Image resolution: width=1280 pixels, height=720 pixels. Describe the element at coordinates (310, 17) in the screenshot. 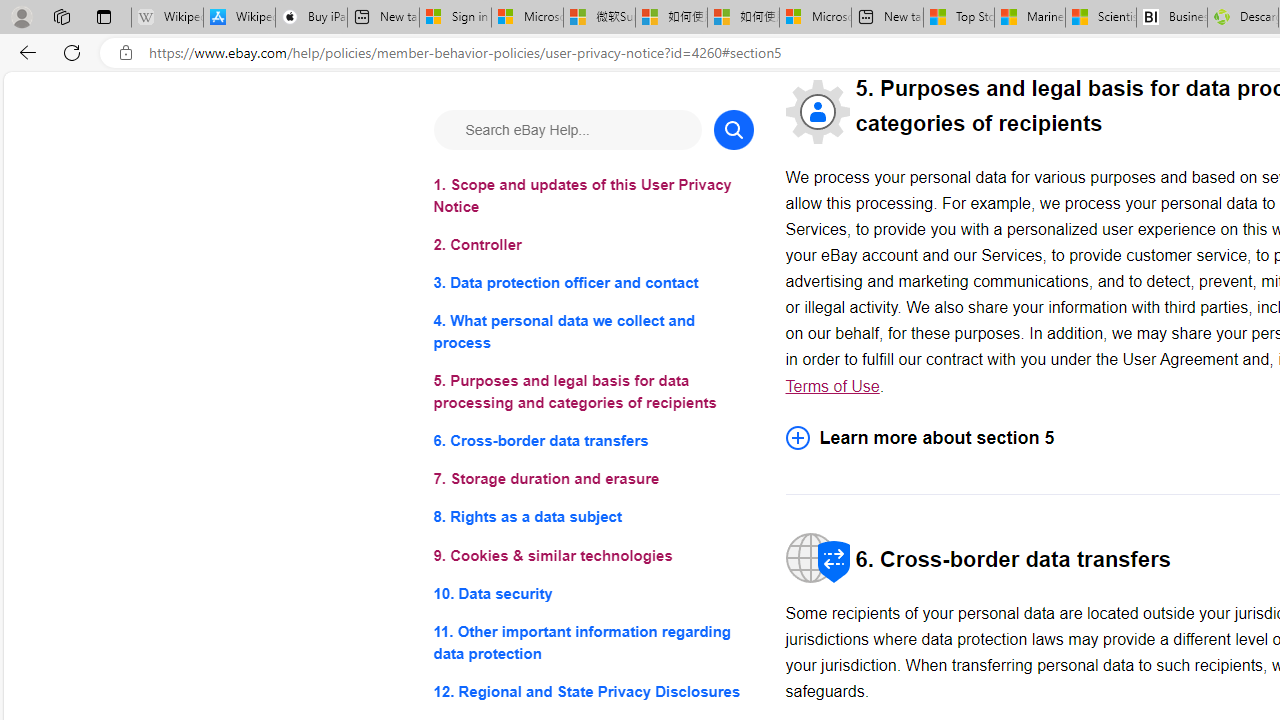

I see `'Buy iPad - Apple'` at that location.